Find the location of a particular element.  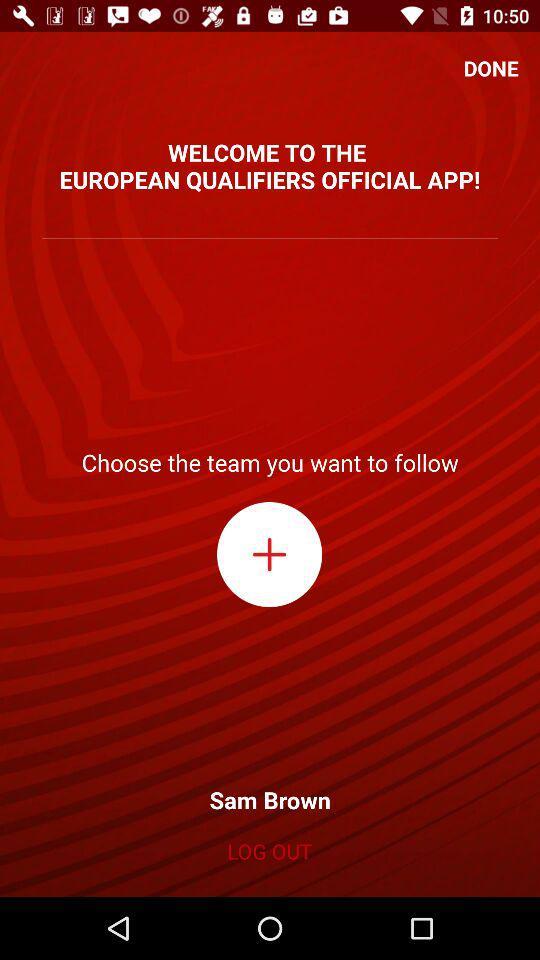

icon below sam brown is located at coordinates (269, 850).